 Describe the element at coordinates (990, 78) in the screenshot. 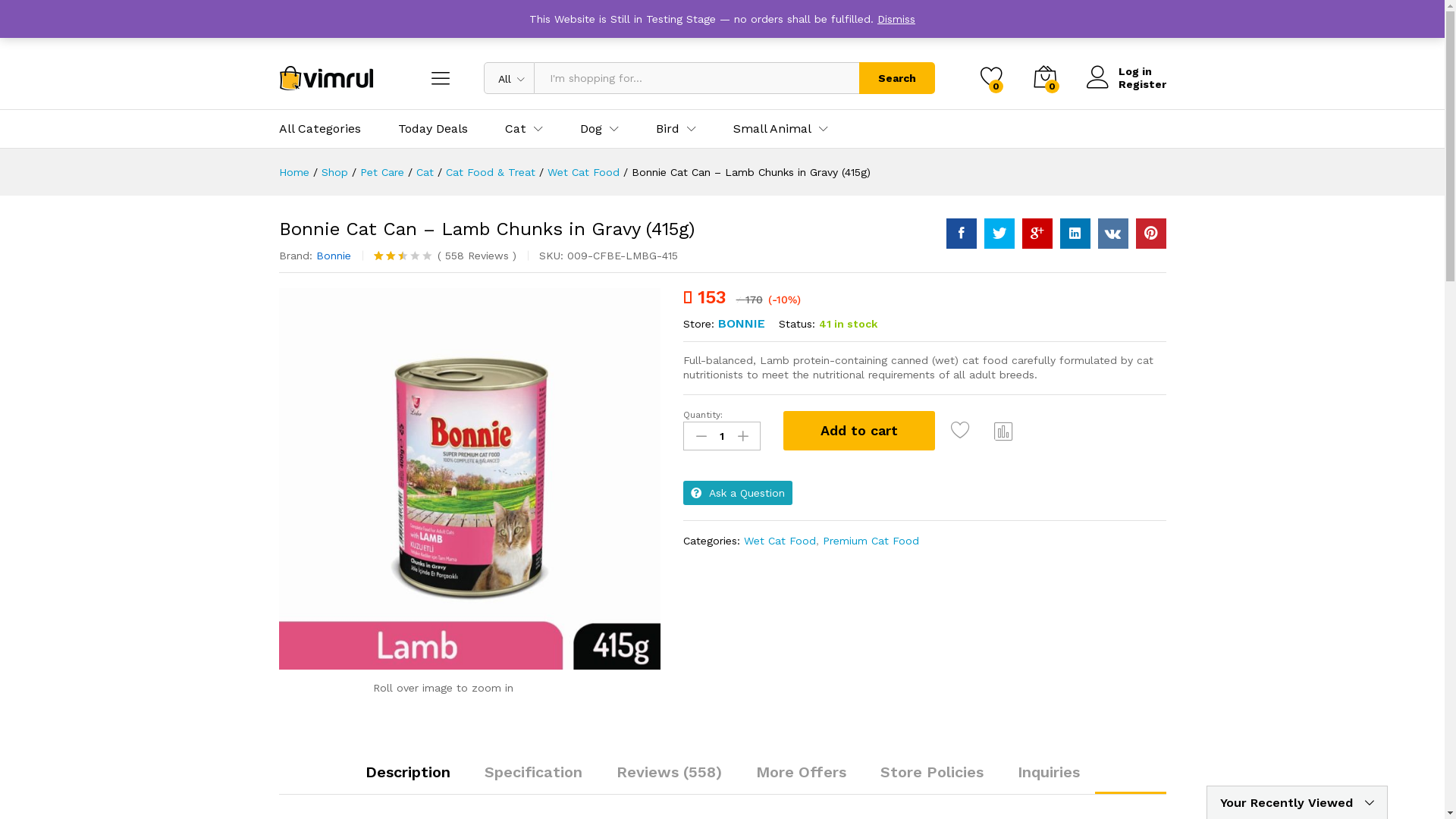

I see `'0'` at that location.